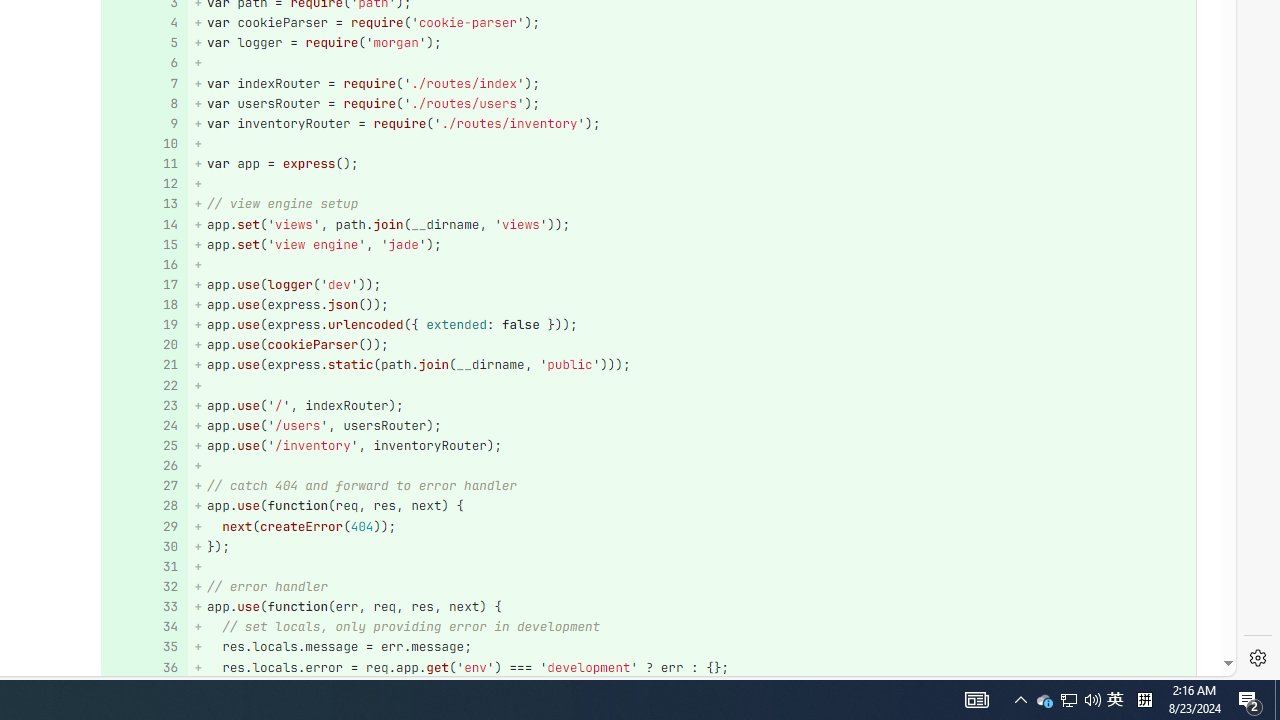  I want to click on 'Add a comment to this line 26', so click(143, 466).